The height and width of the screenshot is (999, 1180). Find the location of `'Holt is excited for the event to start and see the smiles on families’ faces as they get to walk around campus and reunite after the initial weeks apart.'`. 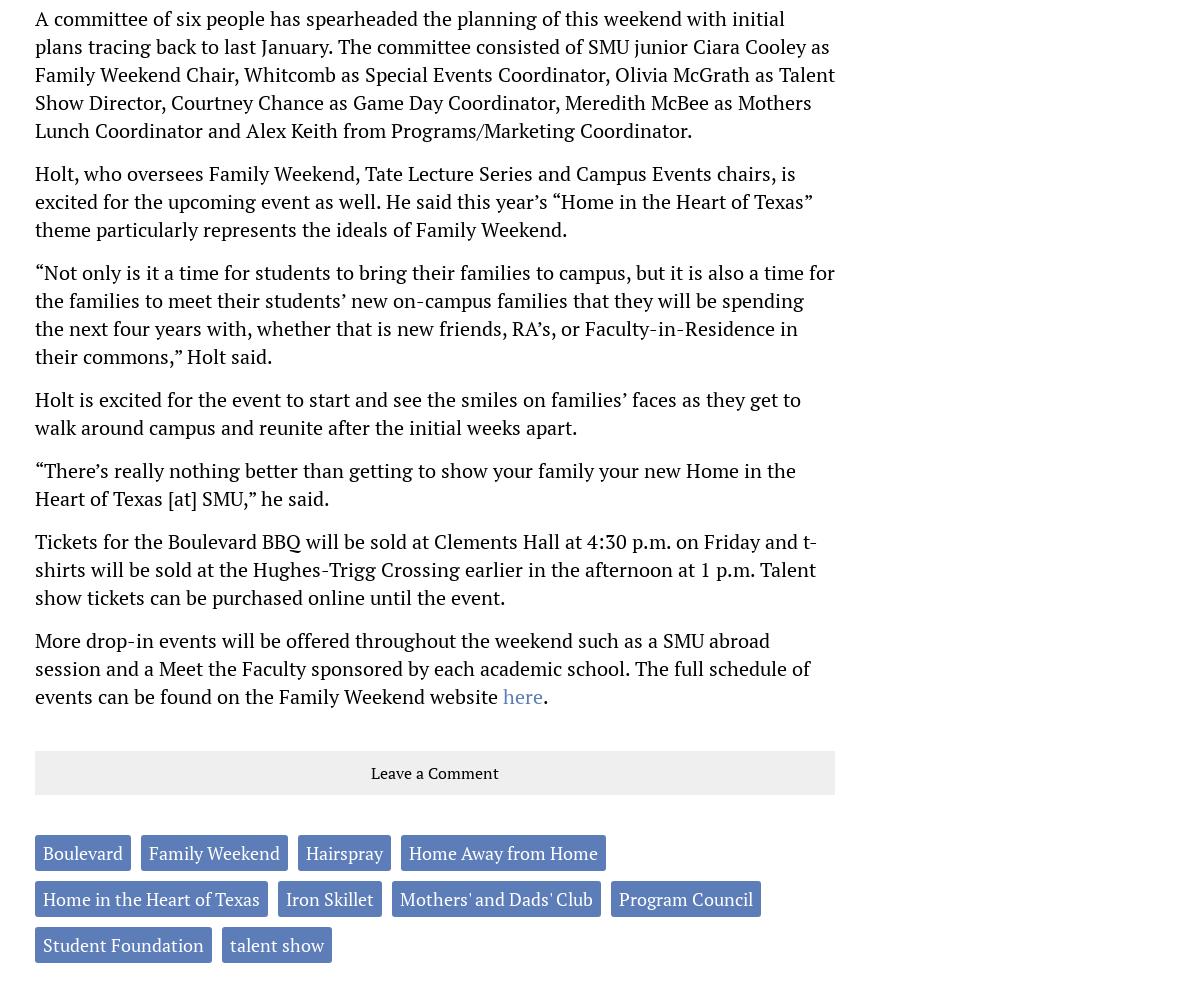

'Holt is excited for the event to start and see the smiles on families’ faces as they get to walk around campus and reunite after the initial weeks apart.' is located at coordinates (416, 411).